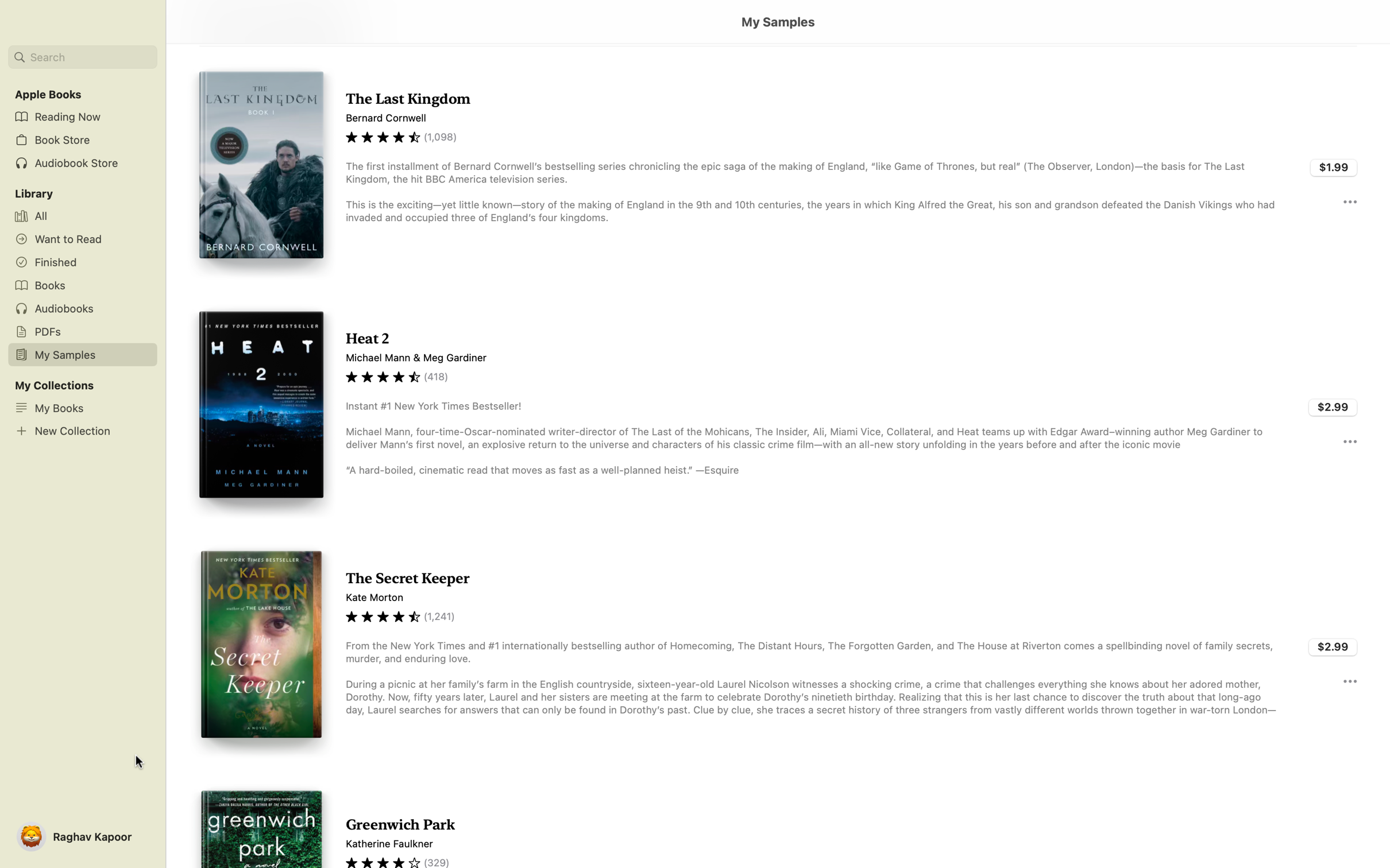 The height and width of the screenshot is (868, 1390). Describe the element at coordinates (4536265, 926156) in the screenshot. I see `Browse further options available for "Heat 2` at that location.